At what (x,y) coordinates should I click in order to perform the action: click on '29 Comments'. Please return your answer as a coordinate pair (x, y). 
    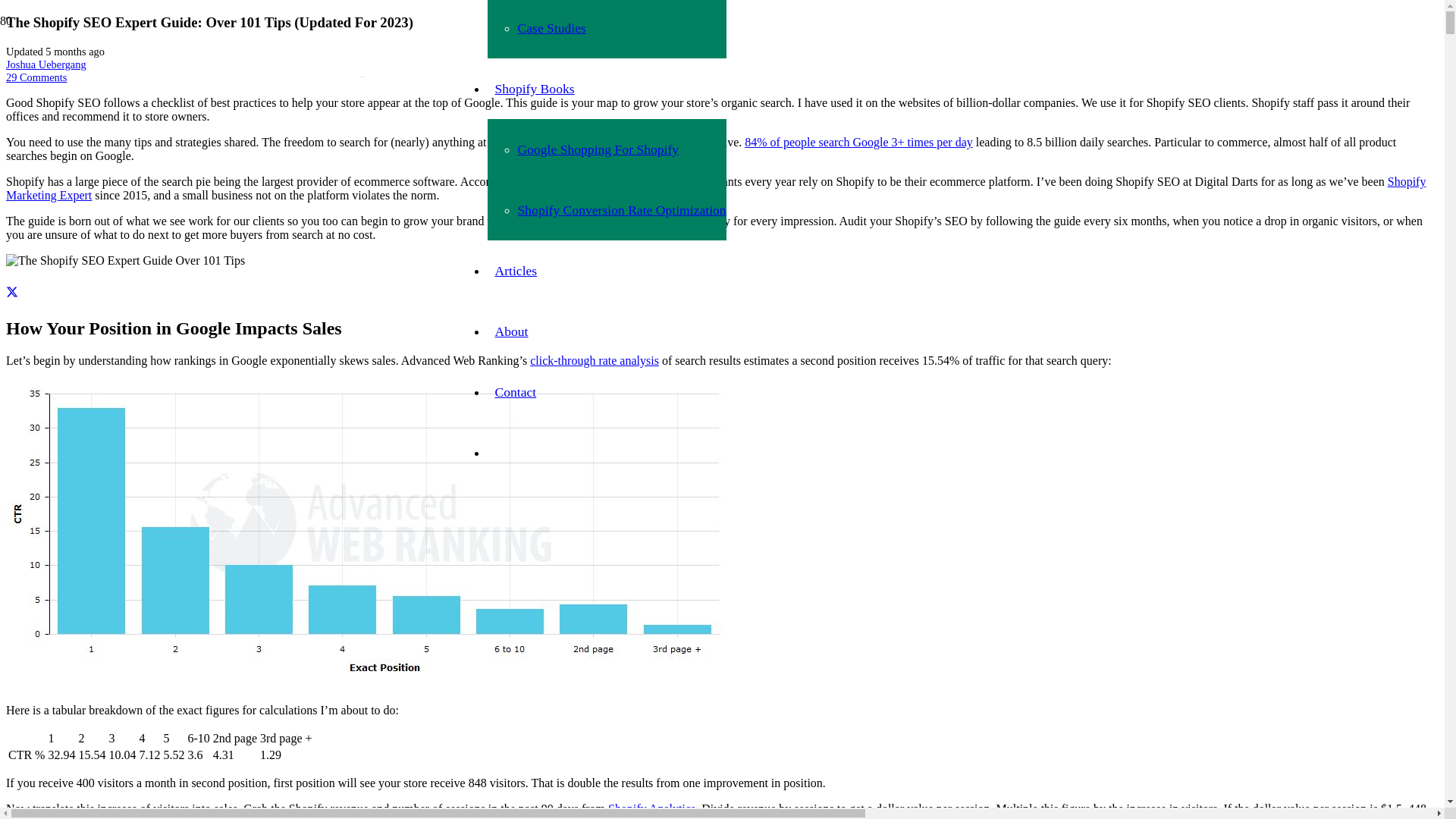
    Looking at the image, I should click on (6, 77).